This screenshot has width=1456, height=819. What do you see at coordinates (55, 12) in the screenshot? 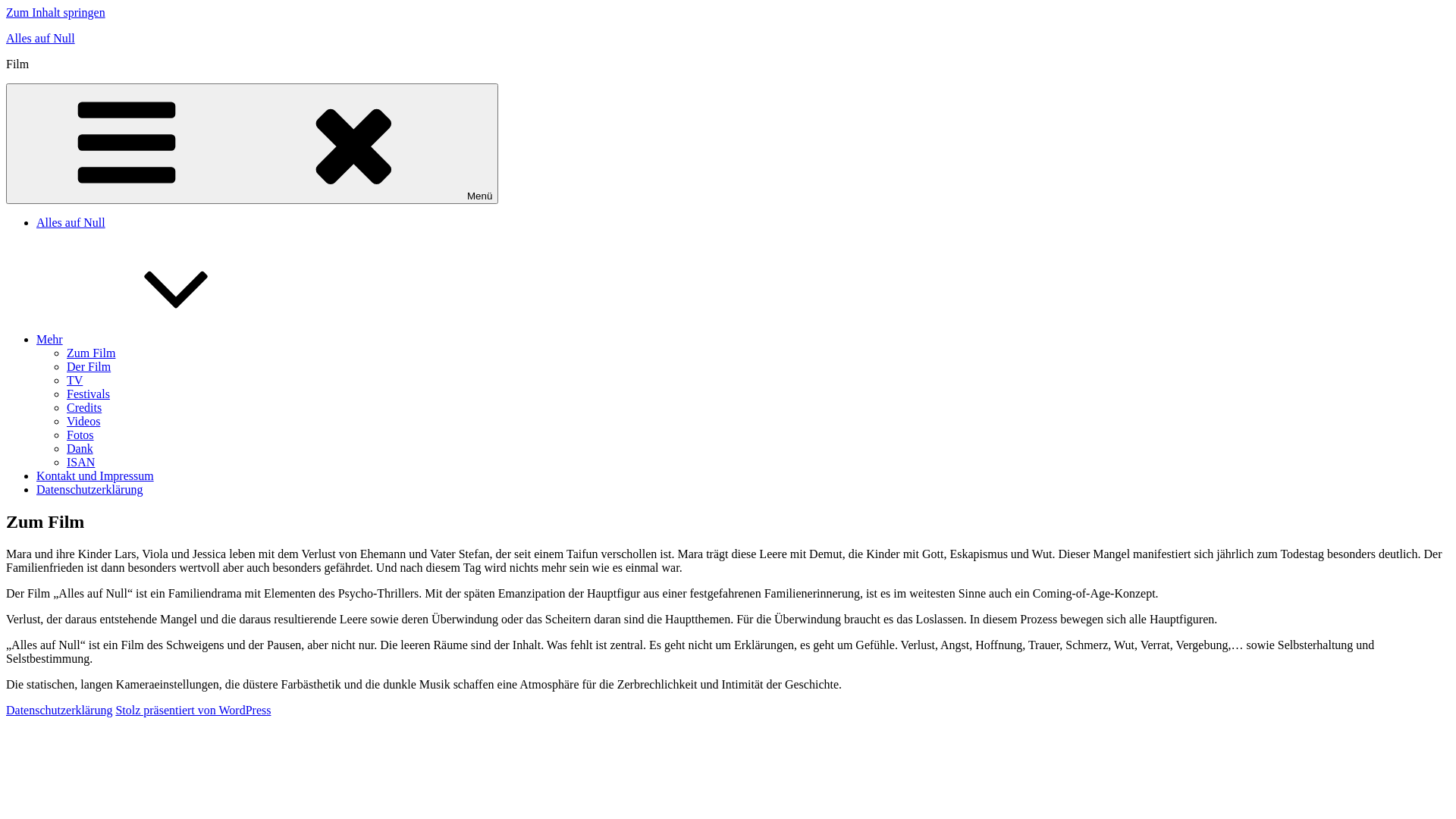
I see `'Zum Inhalt springen'` at bounding box center [55, 12].